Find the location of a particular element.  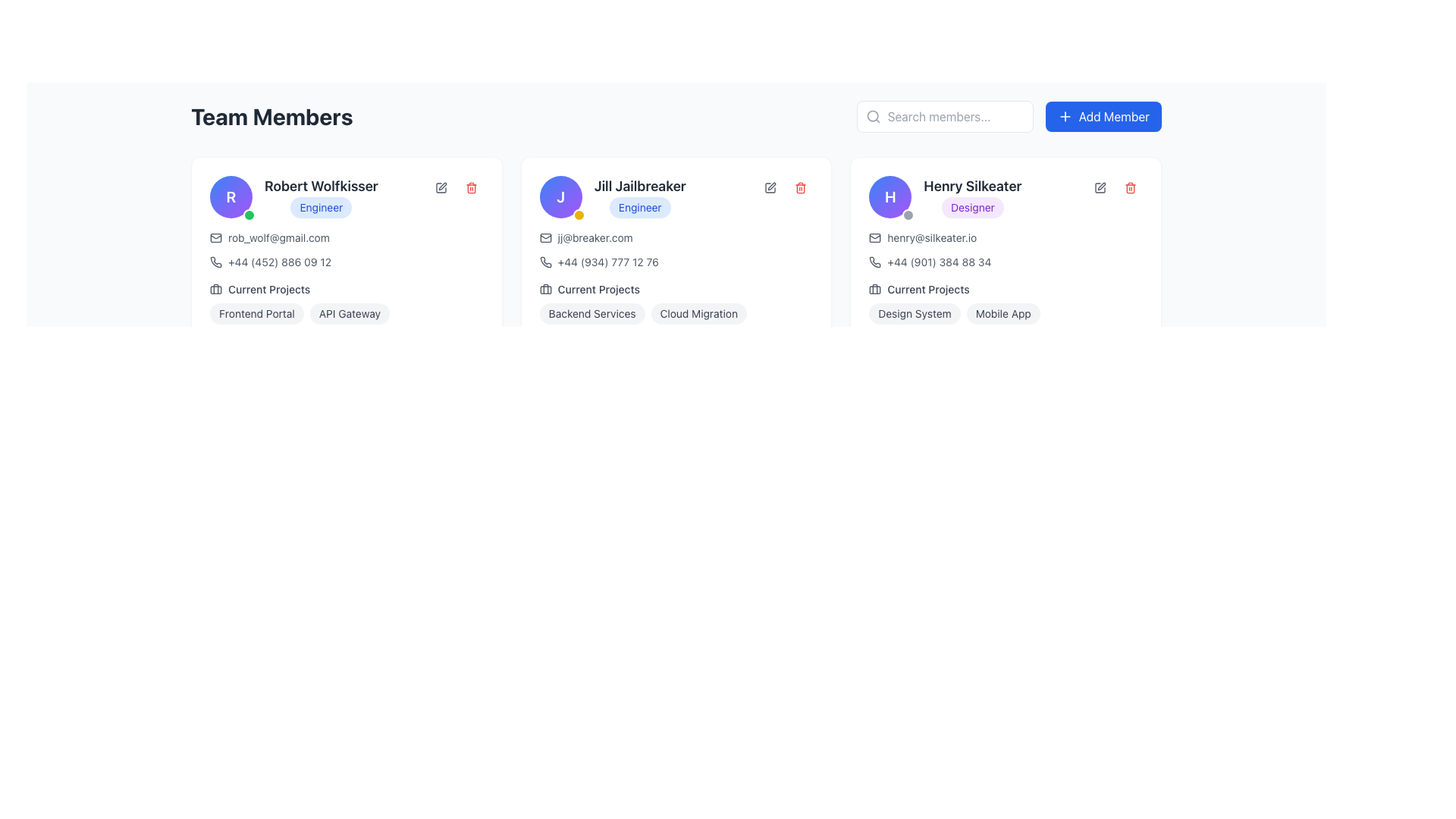

the text of the role label located below the name 'Jill Jailbreaker' on the profile card in the second column is located at coordinates (640, 207).